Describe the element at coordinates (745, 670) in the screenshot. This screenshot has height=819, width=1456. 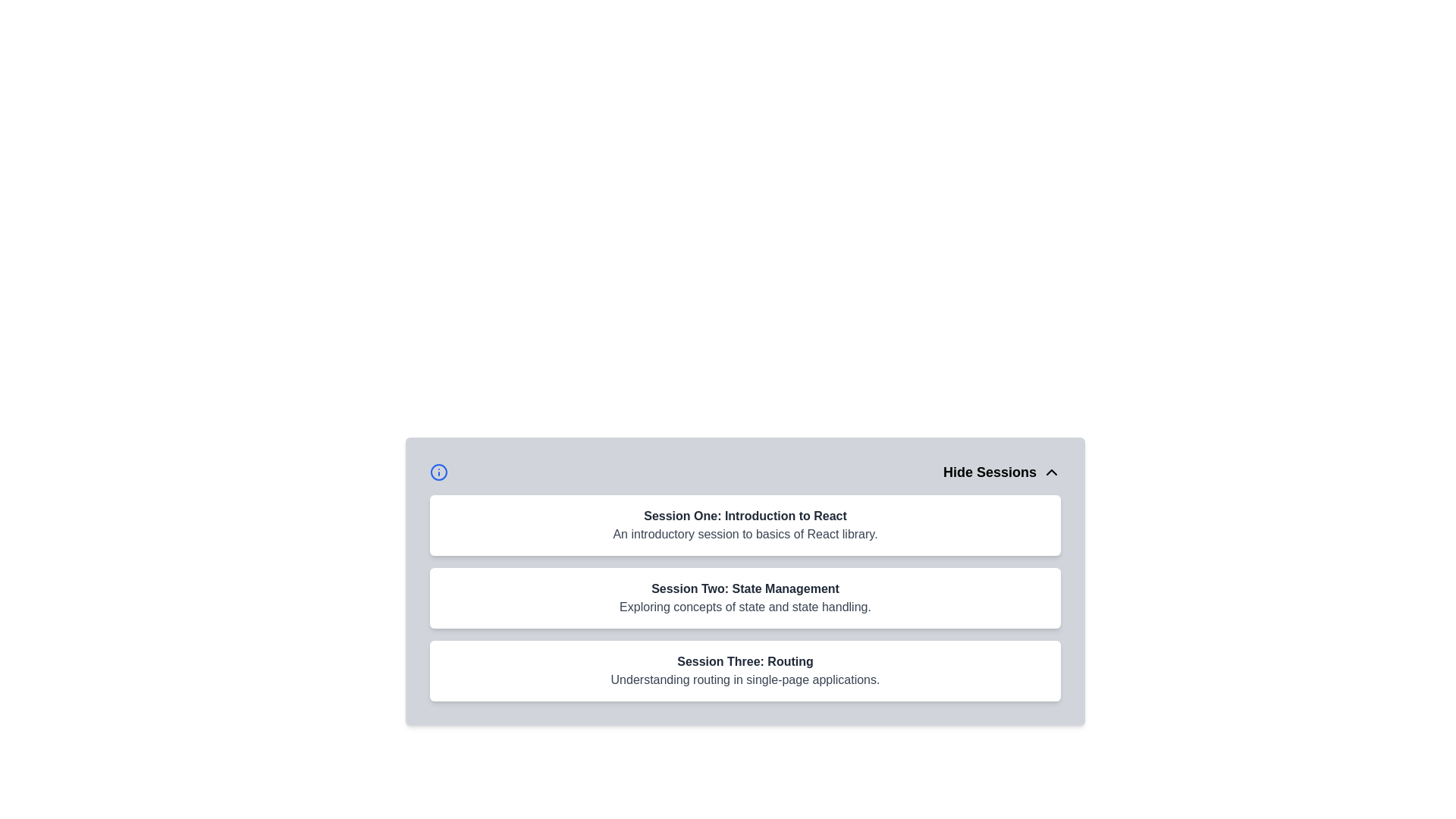
I see `the Informative card titled 'Session Three: Routing' with a white background and rounded corners, located beneath the previous cards in the vertical list` at that location.